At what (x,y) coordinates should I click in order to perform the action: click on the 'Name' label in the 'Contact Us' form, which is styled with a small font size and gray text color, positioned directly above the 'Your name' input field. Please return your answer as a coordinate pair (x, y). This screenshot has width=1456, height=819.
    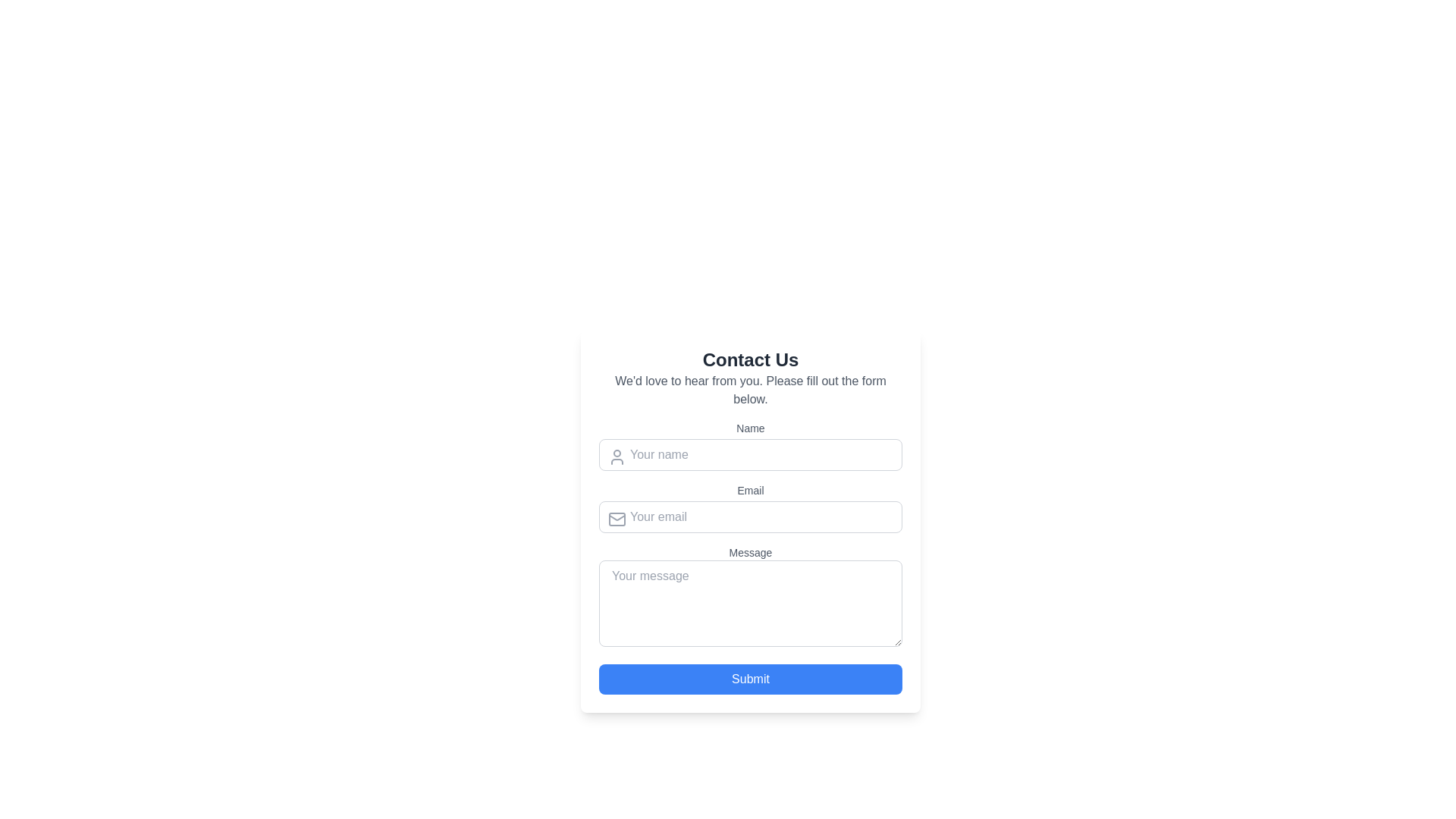
    Looking at the image, I should click on (750, 428).